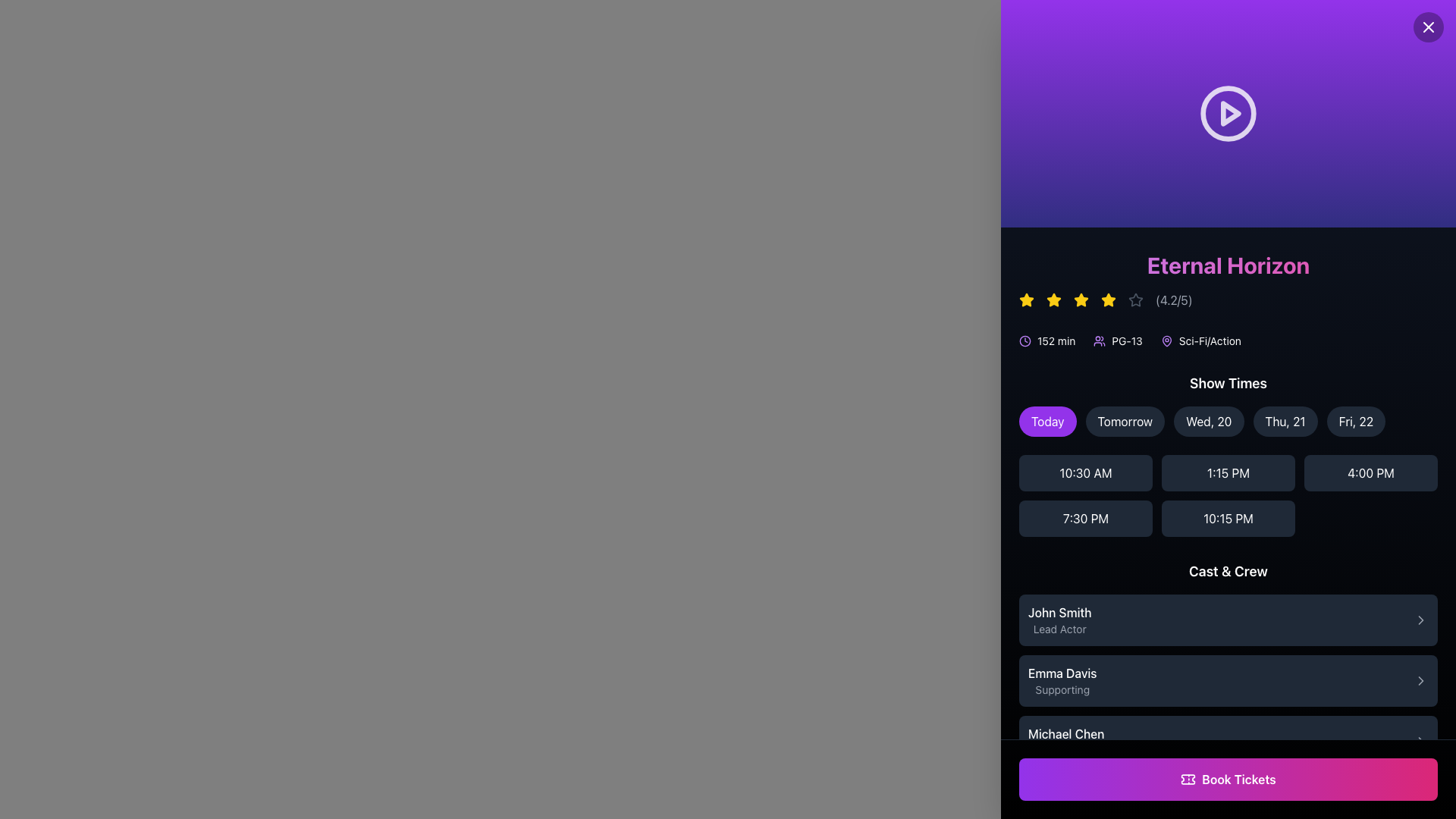 The image size is (1456, 819). What do you see at coordinates (1228, 517) in the screenshot?
I see `the button labeled '10:15 PM', which is the last button in the 'Show Times' grid layout` at bounding box center [1228, 517].